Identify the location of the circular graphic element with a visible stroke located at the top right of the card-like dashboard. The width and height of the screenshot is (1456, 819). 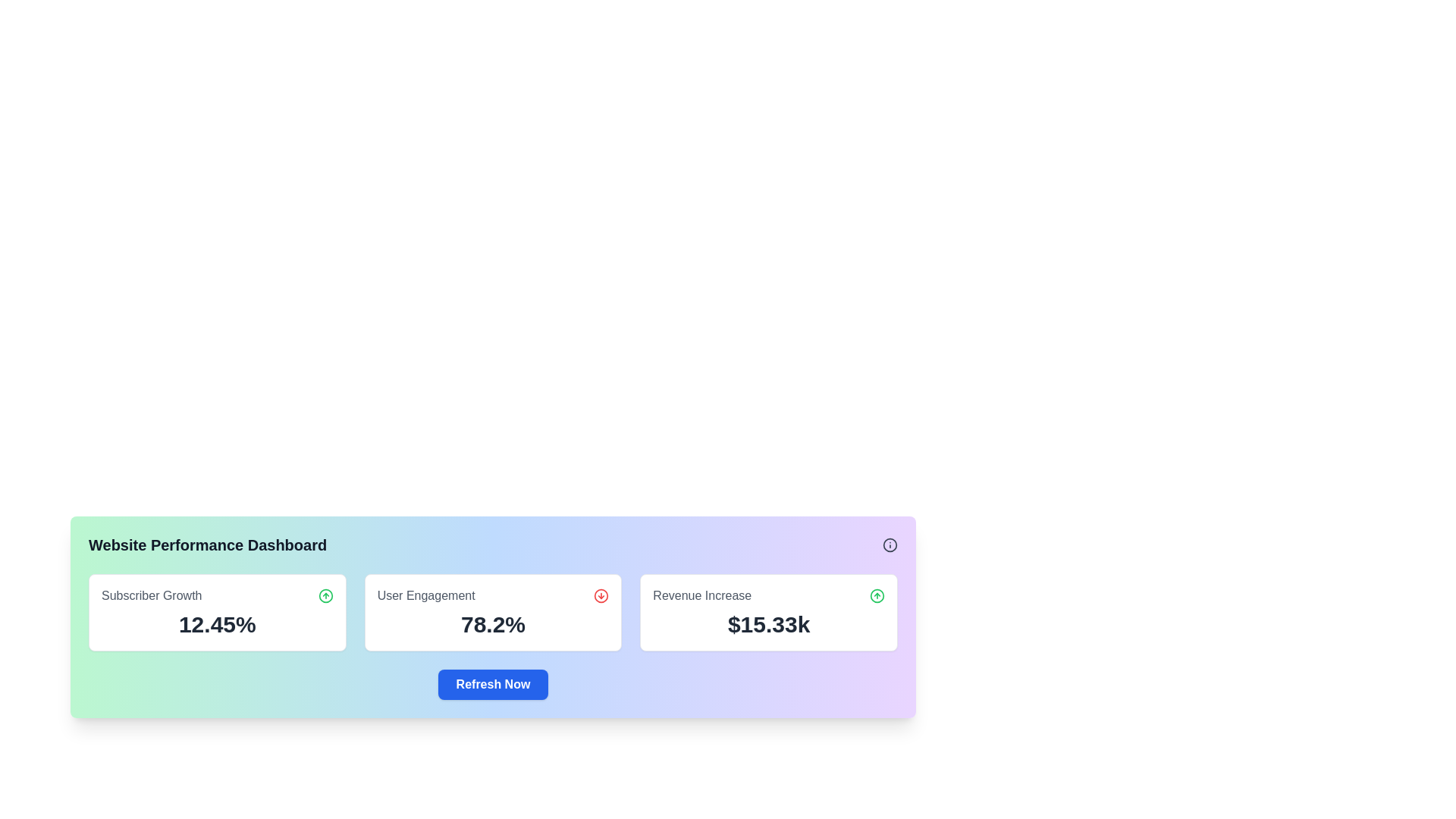
(890, 544).